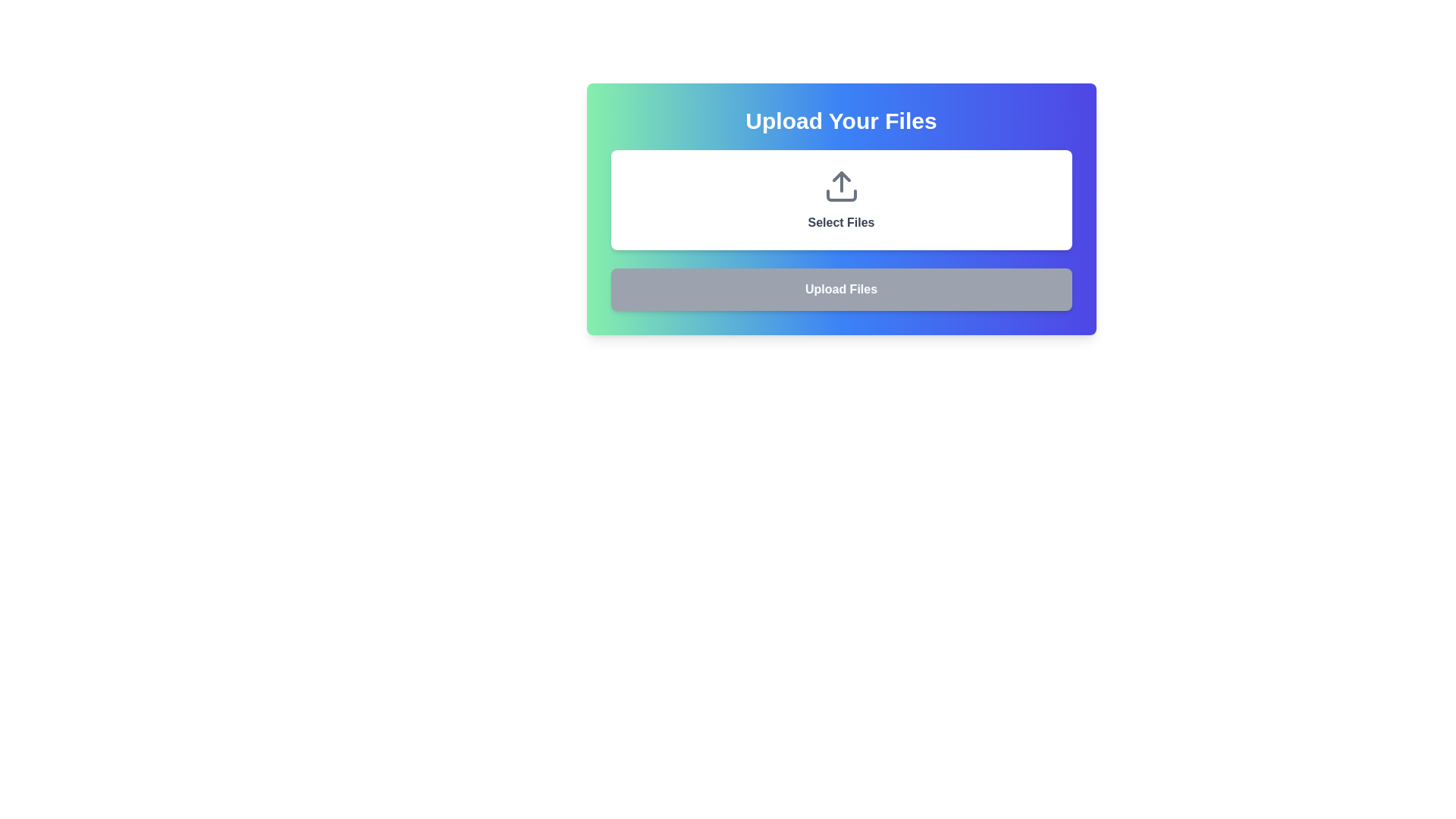 The width and height of the screenshot is (1456, 819). I want to click on the 'Select Files' file upload input area, which features an upward-facing gray arrow icon and bold text on a white background, so click(840, 199).